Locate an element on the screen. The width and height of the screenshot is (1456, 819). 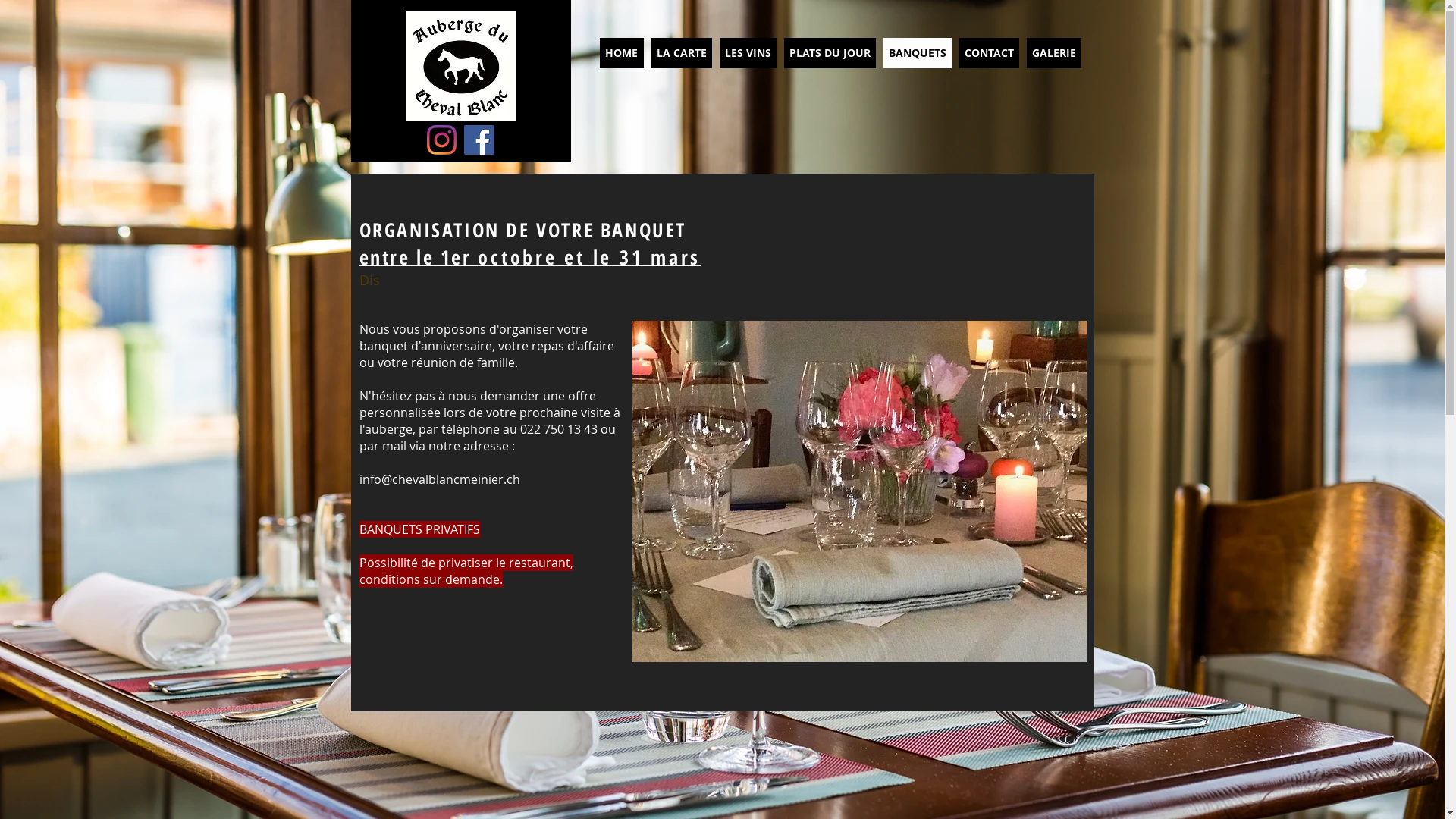
'info@chevalblancmeinier.ch' is located at coordinates (439, 479).